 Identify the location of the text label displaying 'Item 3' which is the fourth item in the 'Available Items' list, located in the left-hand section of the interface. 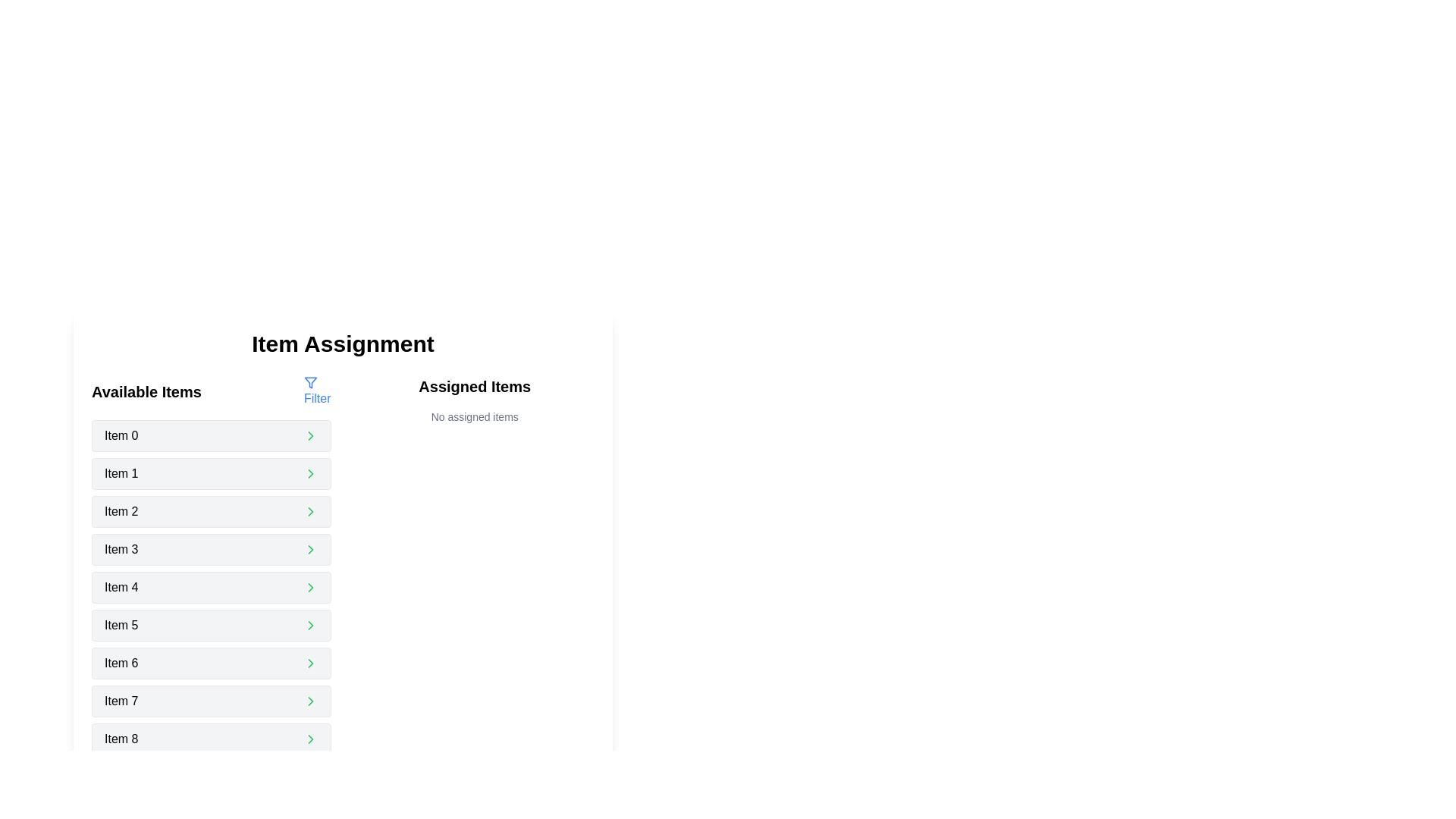
(121, 550).